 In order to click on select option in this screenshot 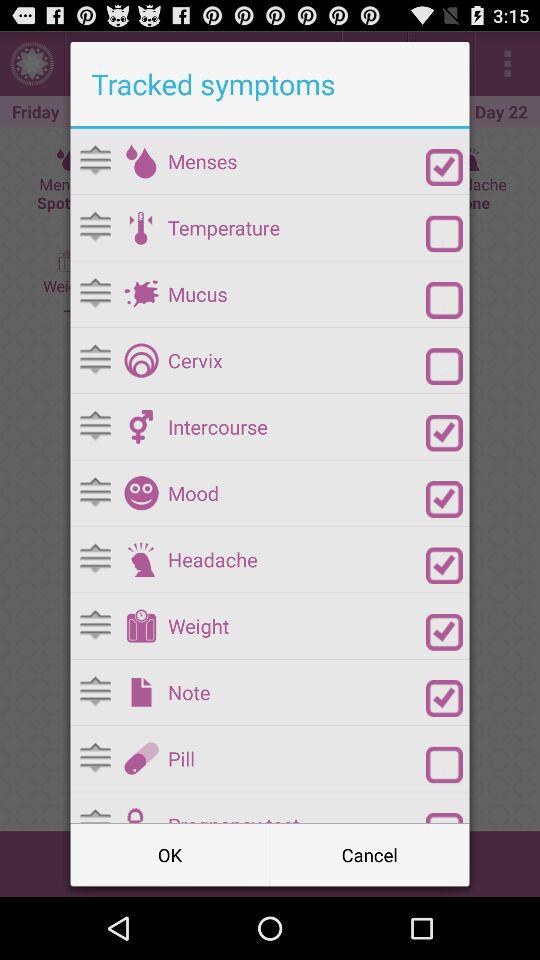, I will do `click(444, 498)`.